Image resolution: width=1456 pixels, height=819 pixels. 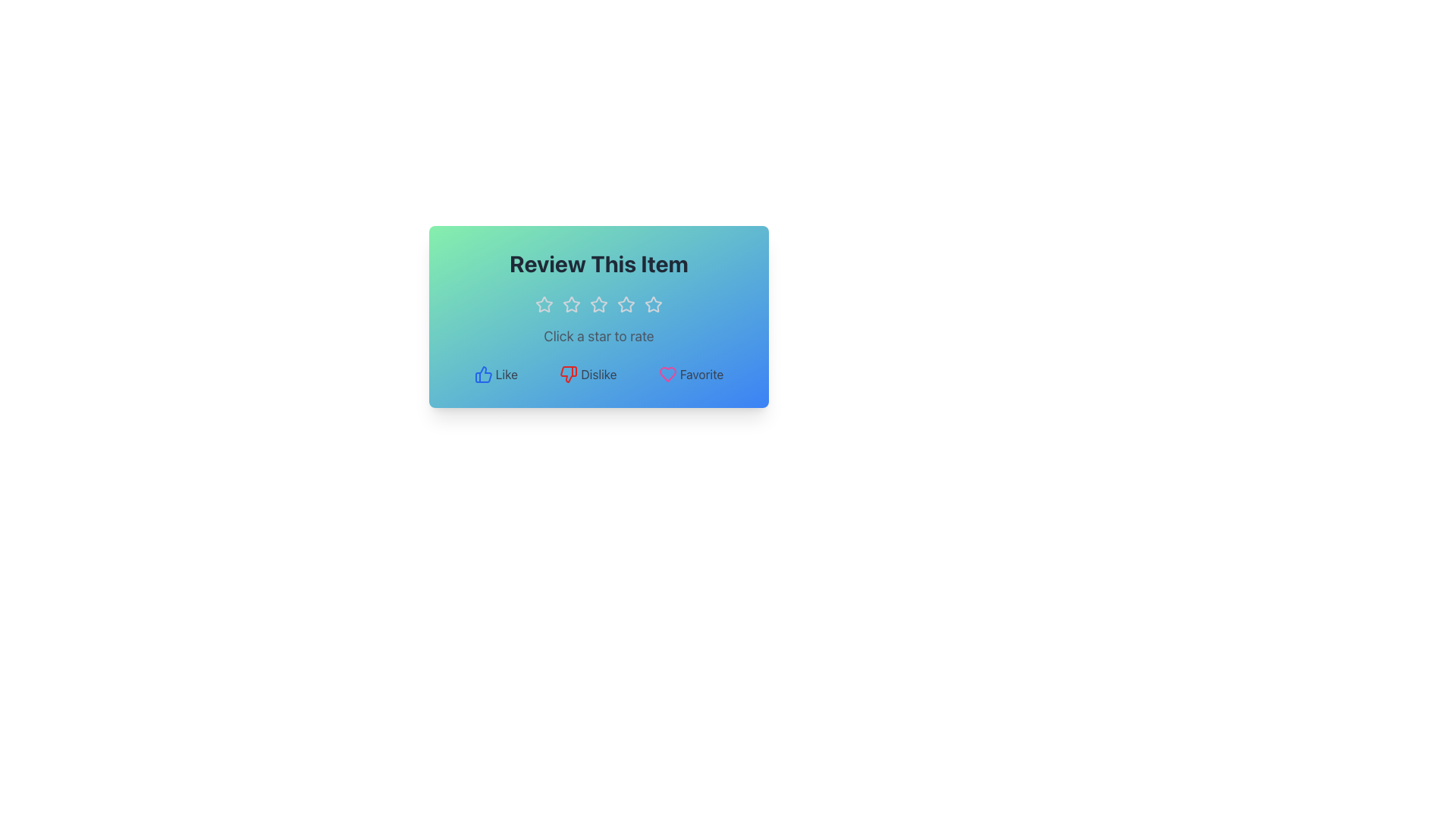 What do you see at coordinates (507, 374) in the screenshot?
I see `text label displaying the word 'Like' in bold, dark font, positioned under the heading 'Review This Item' and next to the thumbs-up icon` at bounding box center [507, 374].